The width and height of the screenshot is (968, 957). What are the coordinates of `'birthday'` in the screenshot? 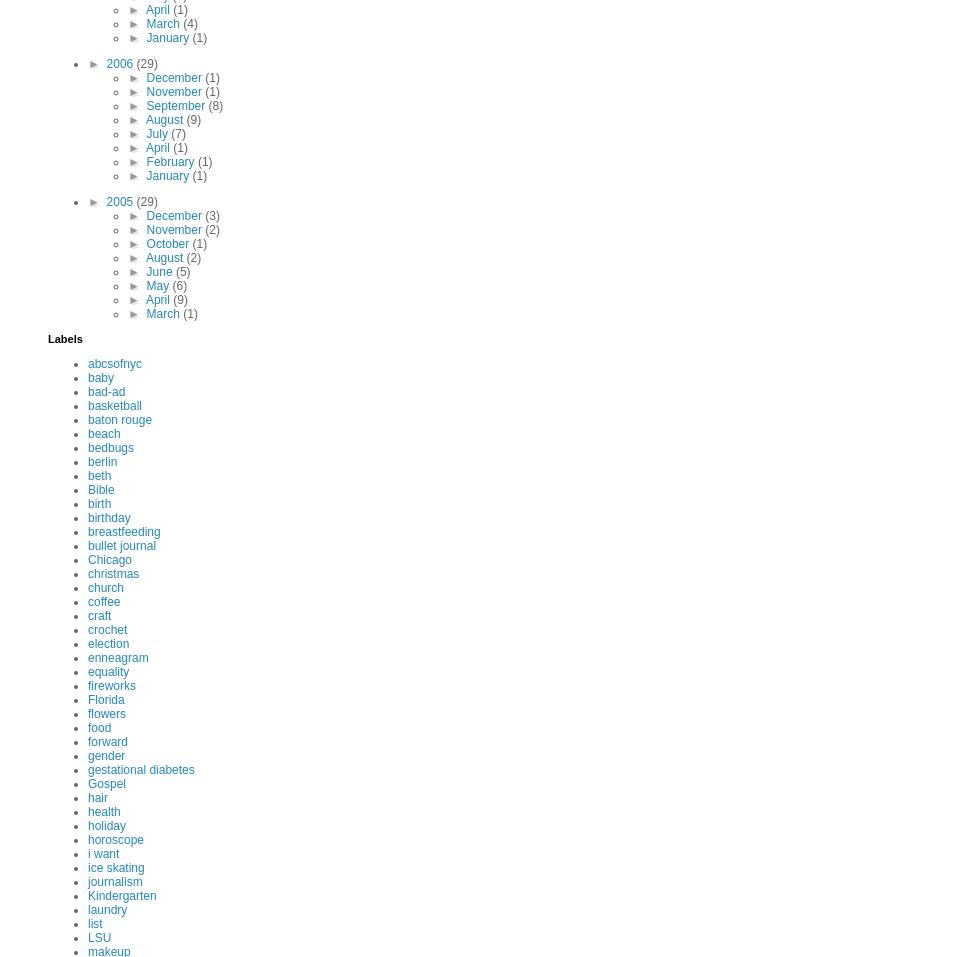 It's located at (108, 518).